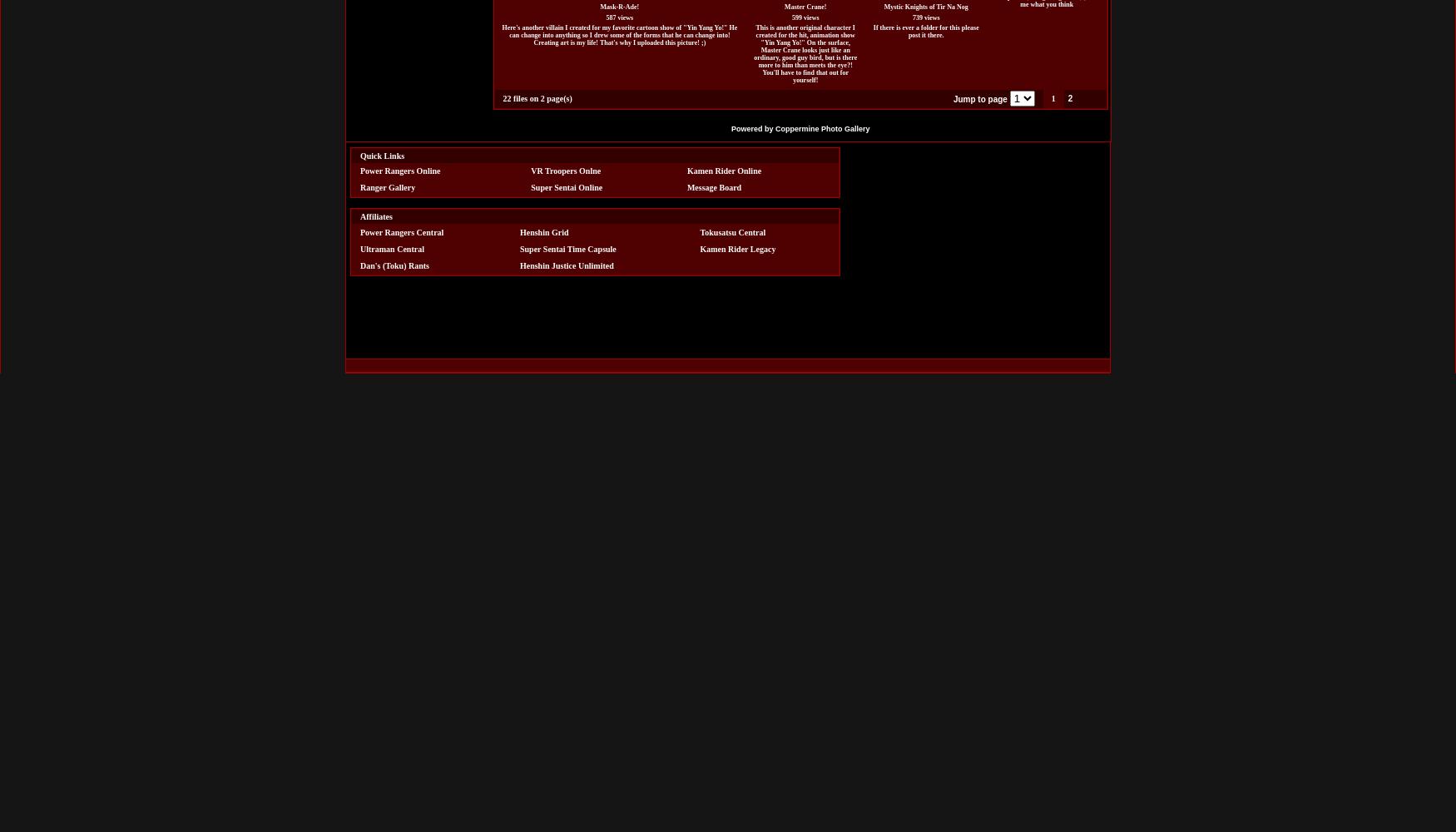  What do you see at coordinates (619, 6) in the screenshot?
I see `'Mask-R-Ade!'` at bounding box center [619, 6].